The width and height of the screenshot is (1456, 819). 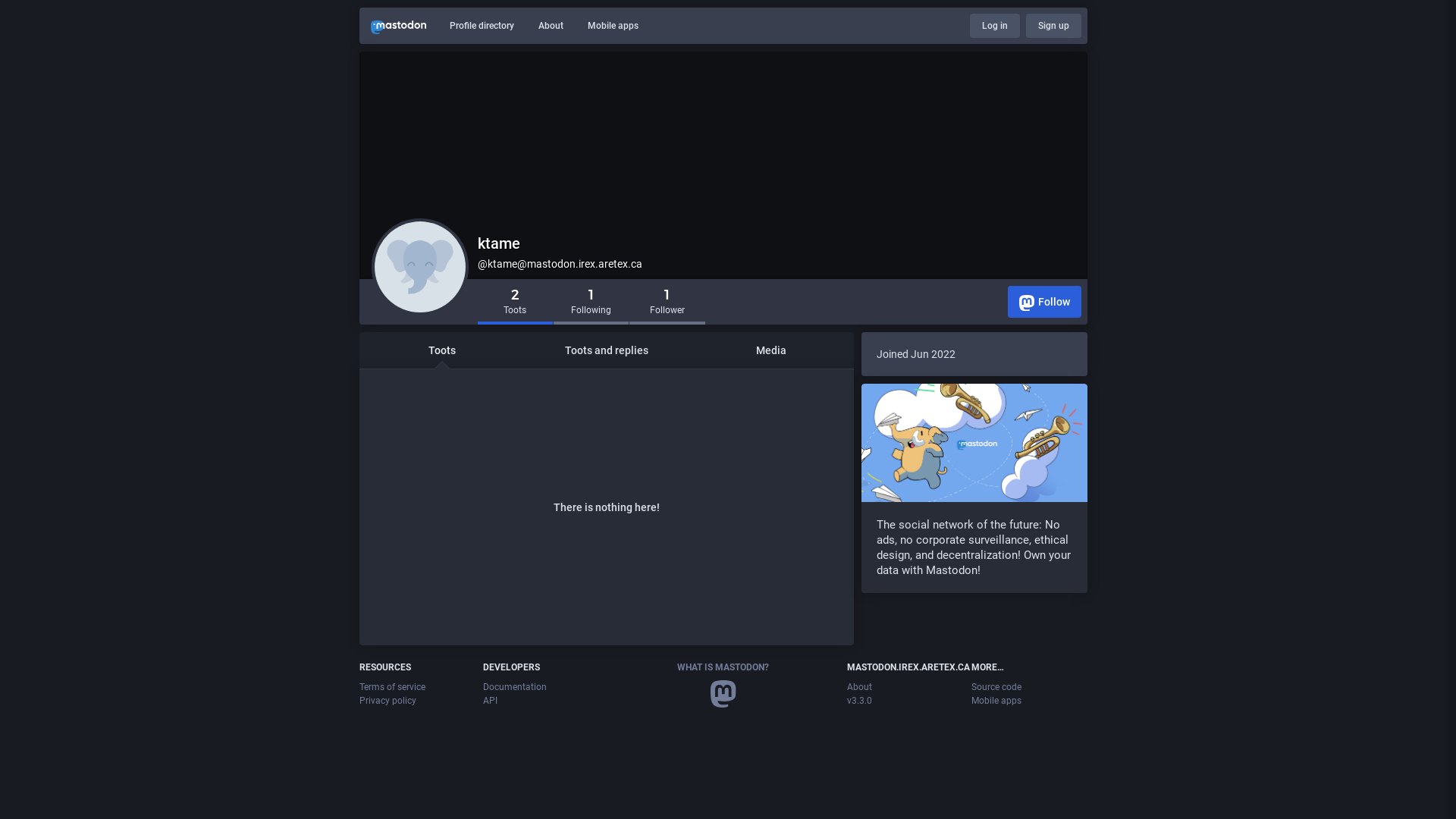 What do you see at coordinates (968, 26) in the screenshot?
I see `'Log in'` at bounding box center [968, 26].